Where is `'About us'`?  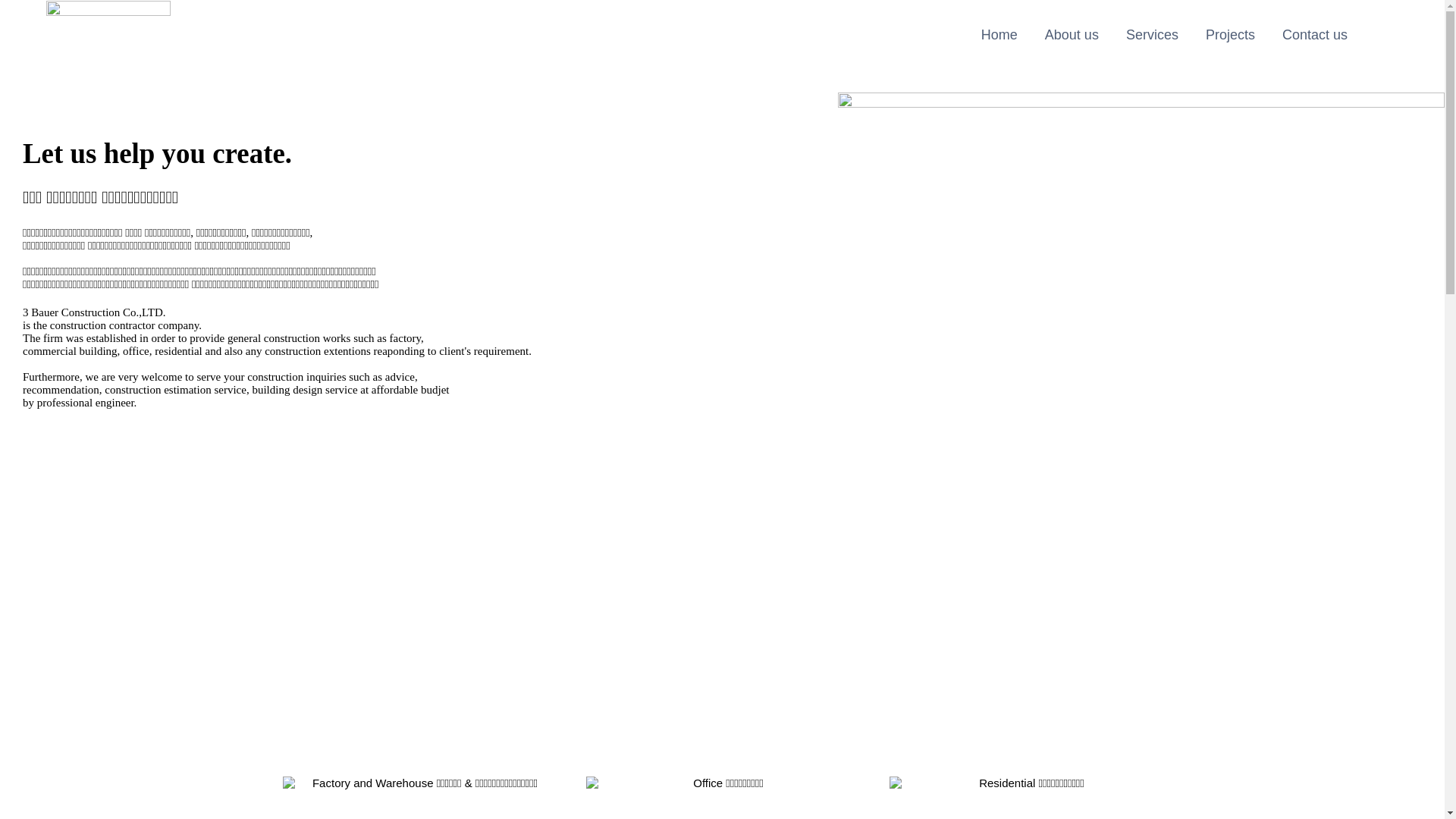
'About us' is located at coordinates (1071, 34).